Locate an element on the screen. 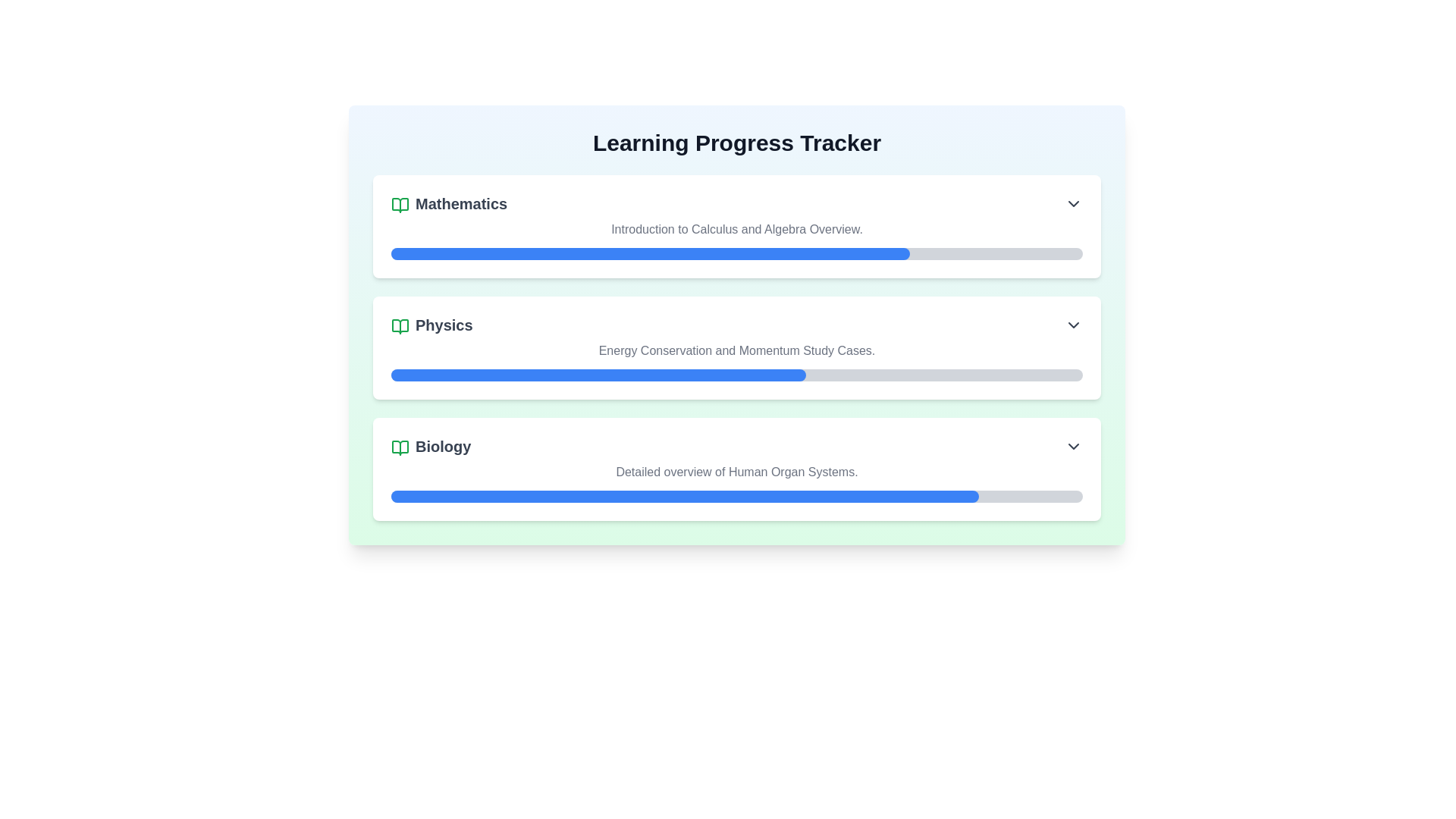 The width and height of the screenshot is (1456, 819). the Dropdown toggle or chevron icon associated with the 'Biology' section to observe a styling change is located at coordinates (1073, 446).